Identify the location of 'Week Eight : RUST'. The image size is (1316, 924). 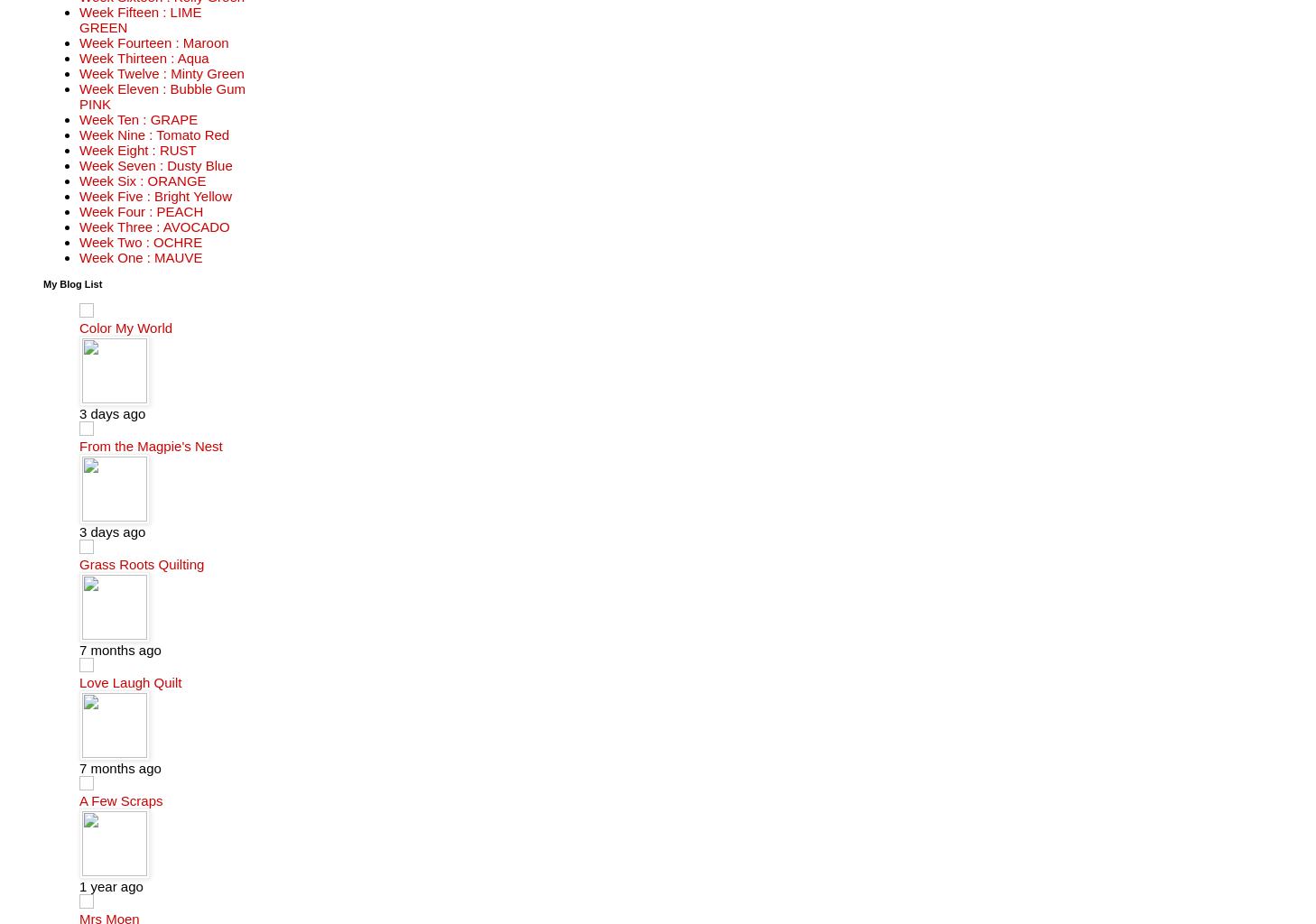
(136, 148).